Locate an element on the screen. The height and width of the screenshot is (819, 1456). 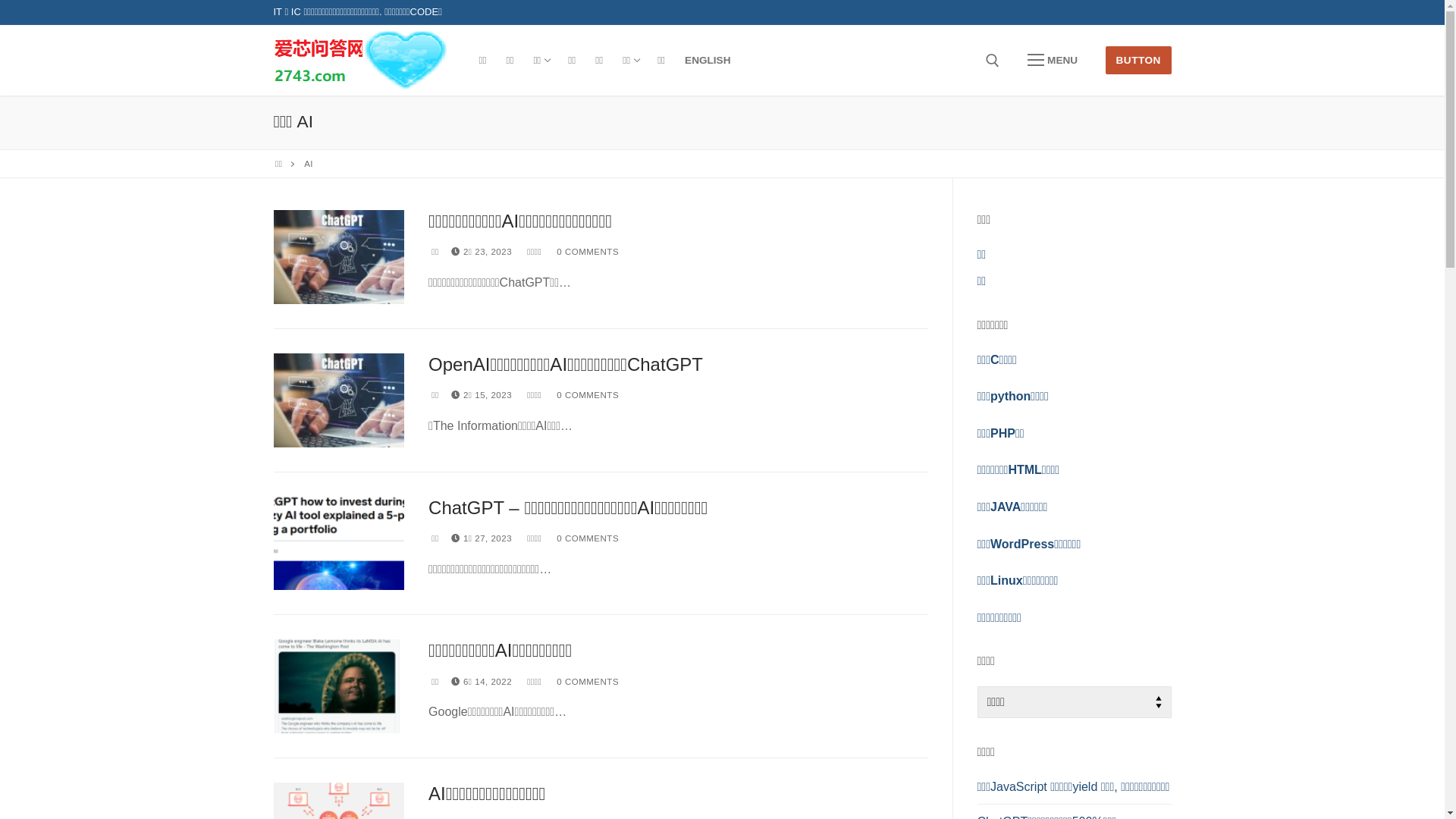
'BUTTON' is located at coordinates (1138, 59).